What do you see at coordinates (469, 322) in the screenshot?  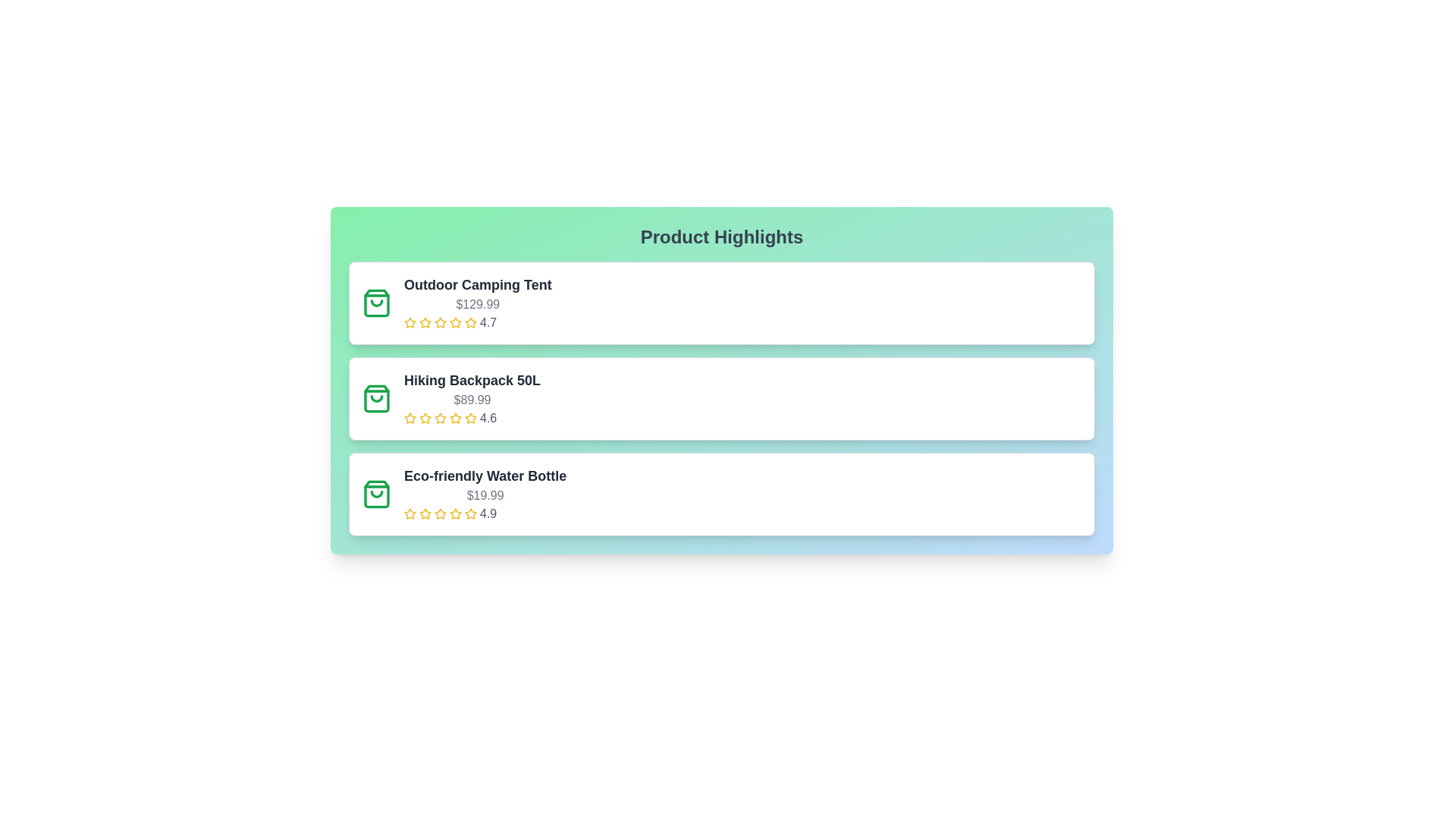 I see `the rating of the product to 5 stars by clicking on the corresponding star` at bounding box center [469, 322].